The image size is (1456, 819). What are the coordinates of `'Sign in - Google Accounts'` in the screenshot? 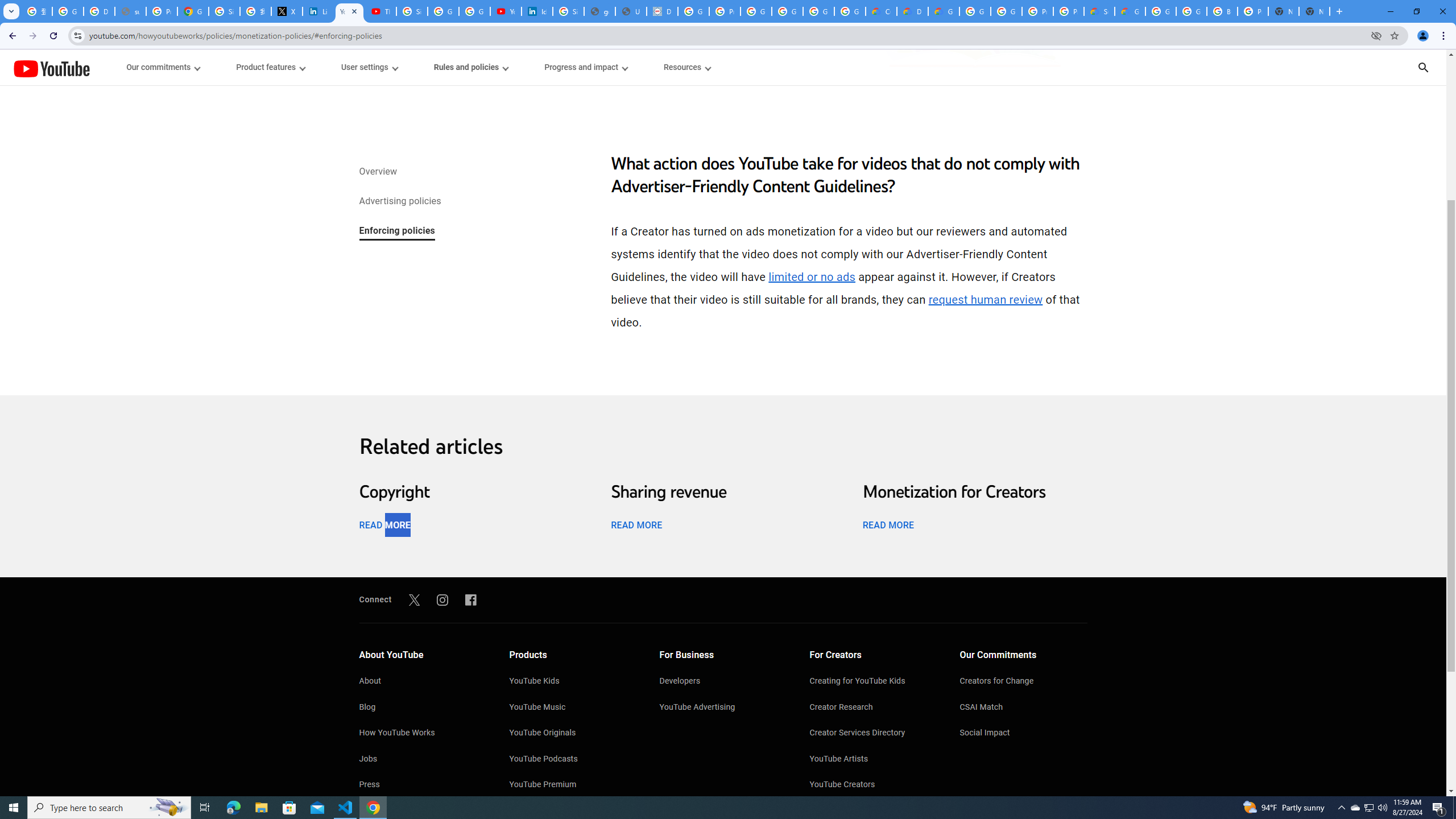 It's located at (224, 11).